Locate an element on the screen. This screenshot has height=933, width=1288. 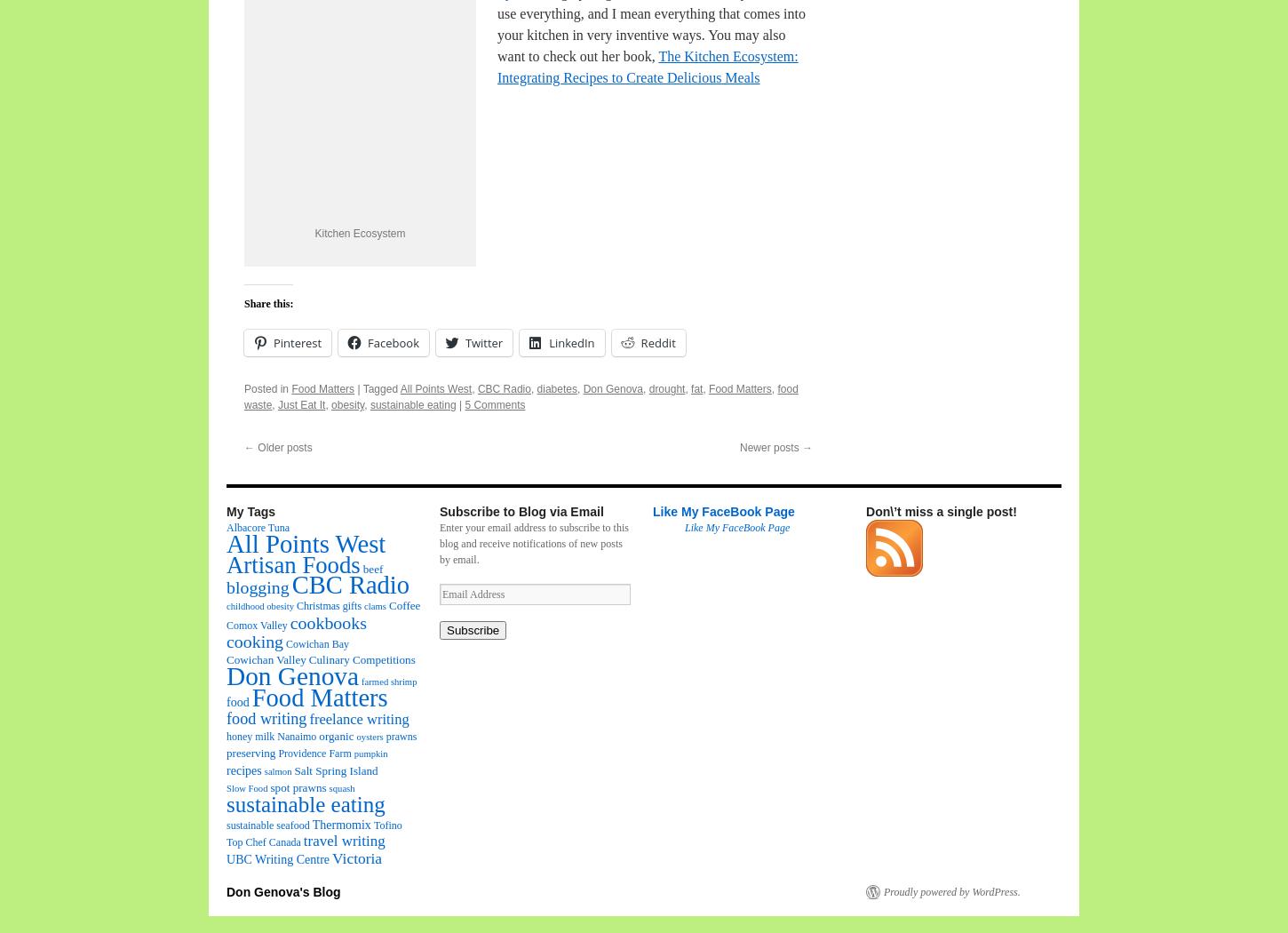
'pumpkin' is located at coordinates (370, 754).